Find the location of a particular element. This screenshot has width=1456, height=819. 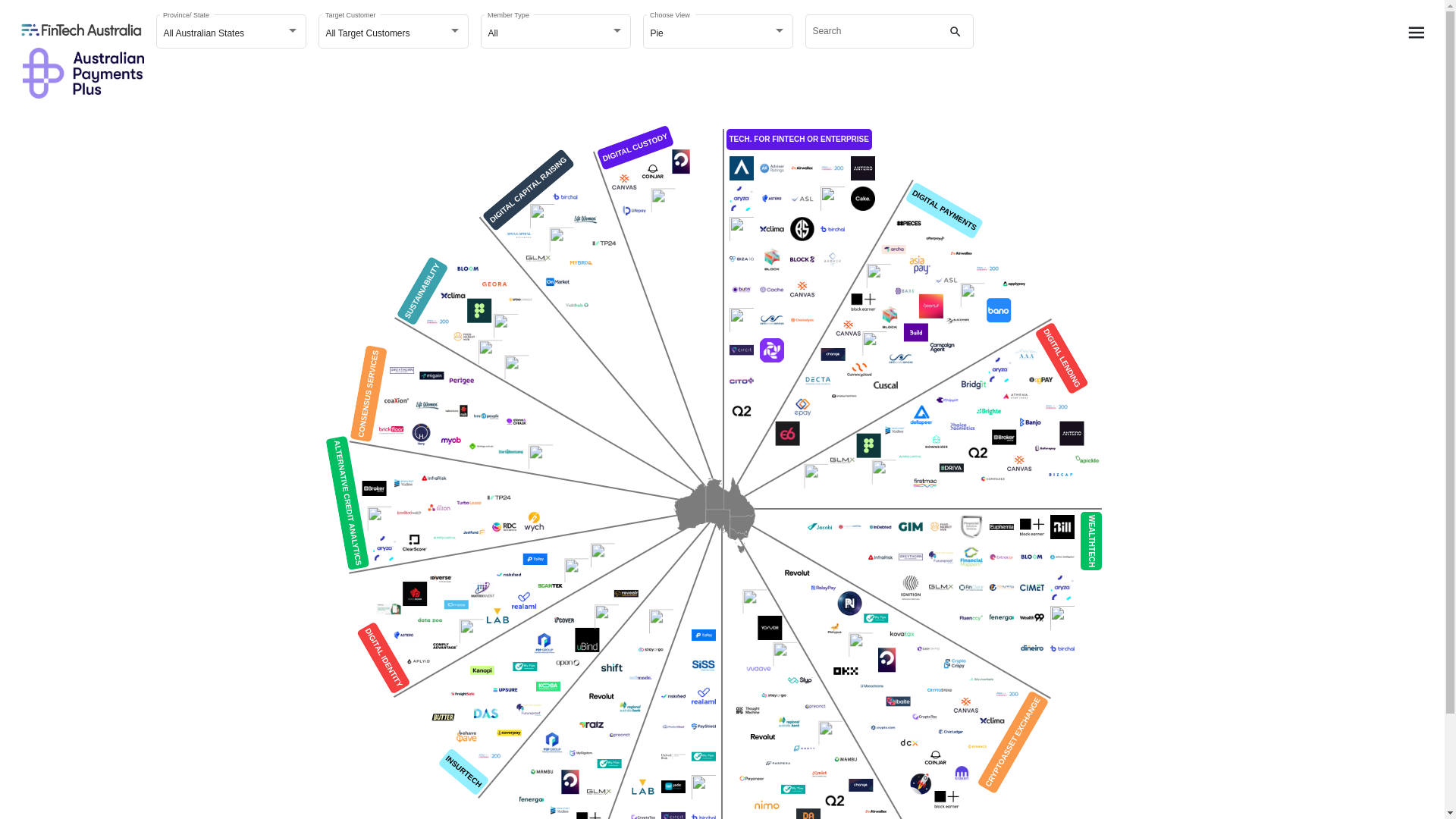

'SISS DATA SERVICES' is located at coordinates (702, 665).